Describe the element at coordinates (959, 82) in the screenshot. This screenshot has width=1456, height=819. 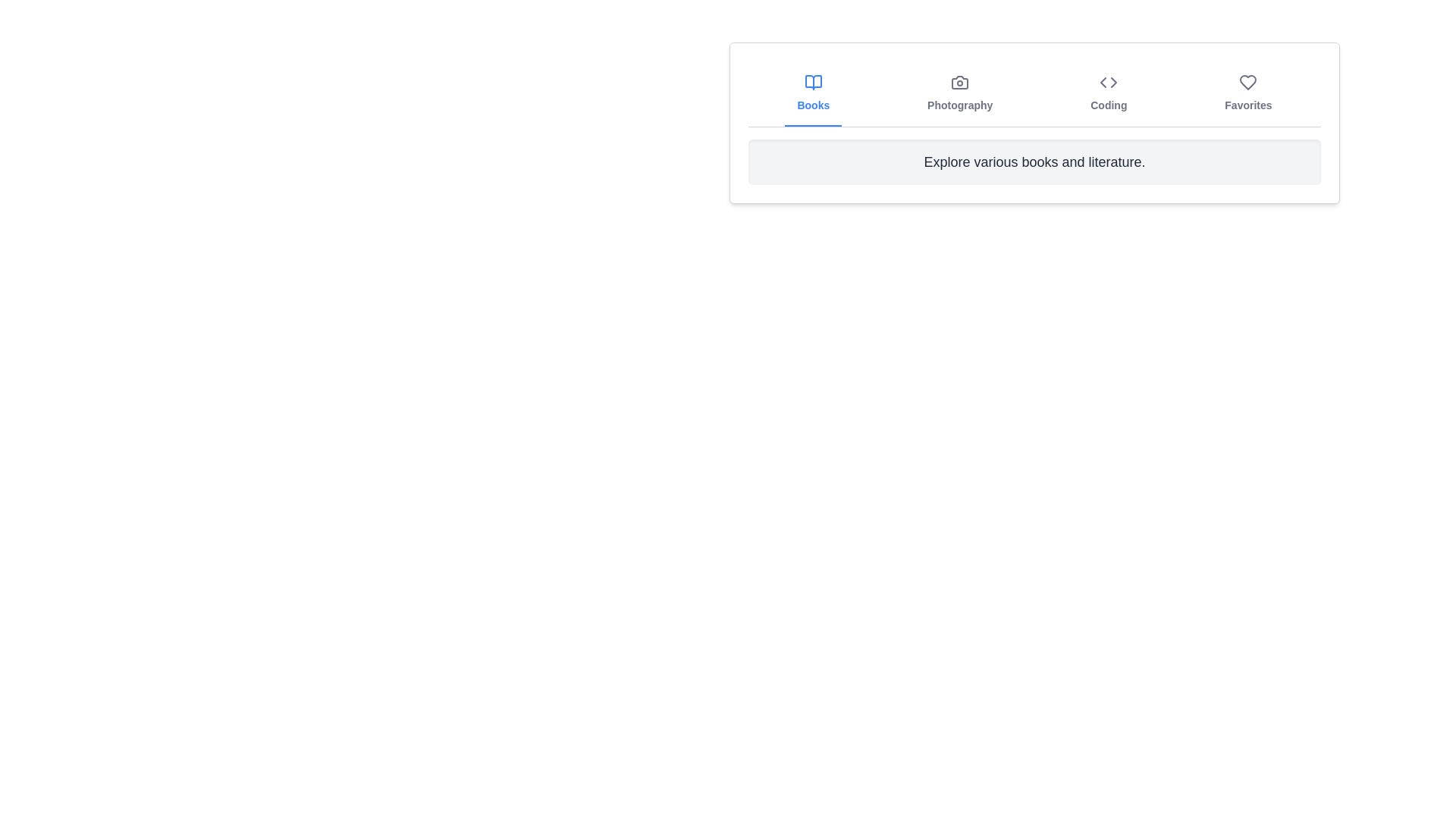
I see `the camera icon, which is a simple line drawing symbol located above the text 'Photography' and is the second item from the left in a horizontal set of elements` at that location.